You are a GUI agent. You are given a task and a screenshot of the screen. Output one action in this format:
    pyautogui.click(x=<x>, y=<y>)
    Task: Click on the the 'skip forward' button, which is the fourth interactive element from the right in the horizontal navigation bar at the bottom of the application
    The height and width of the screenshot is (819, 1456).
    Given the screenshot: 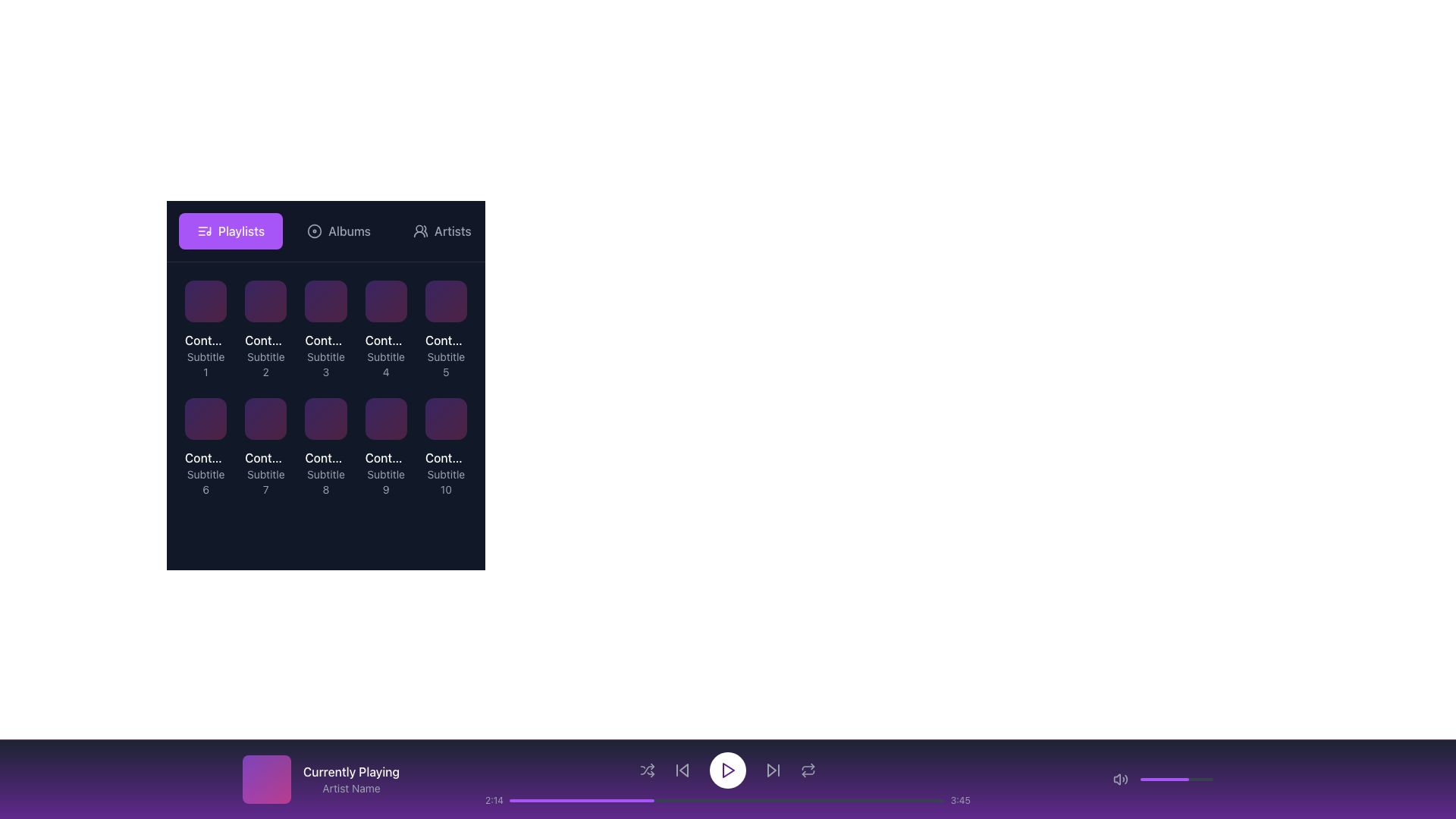 What is the action you would take?
    pyautogui.click(x=773, y=770)
    